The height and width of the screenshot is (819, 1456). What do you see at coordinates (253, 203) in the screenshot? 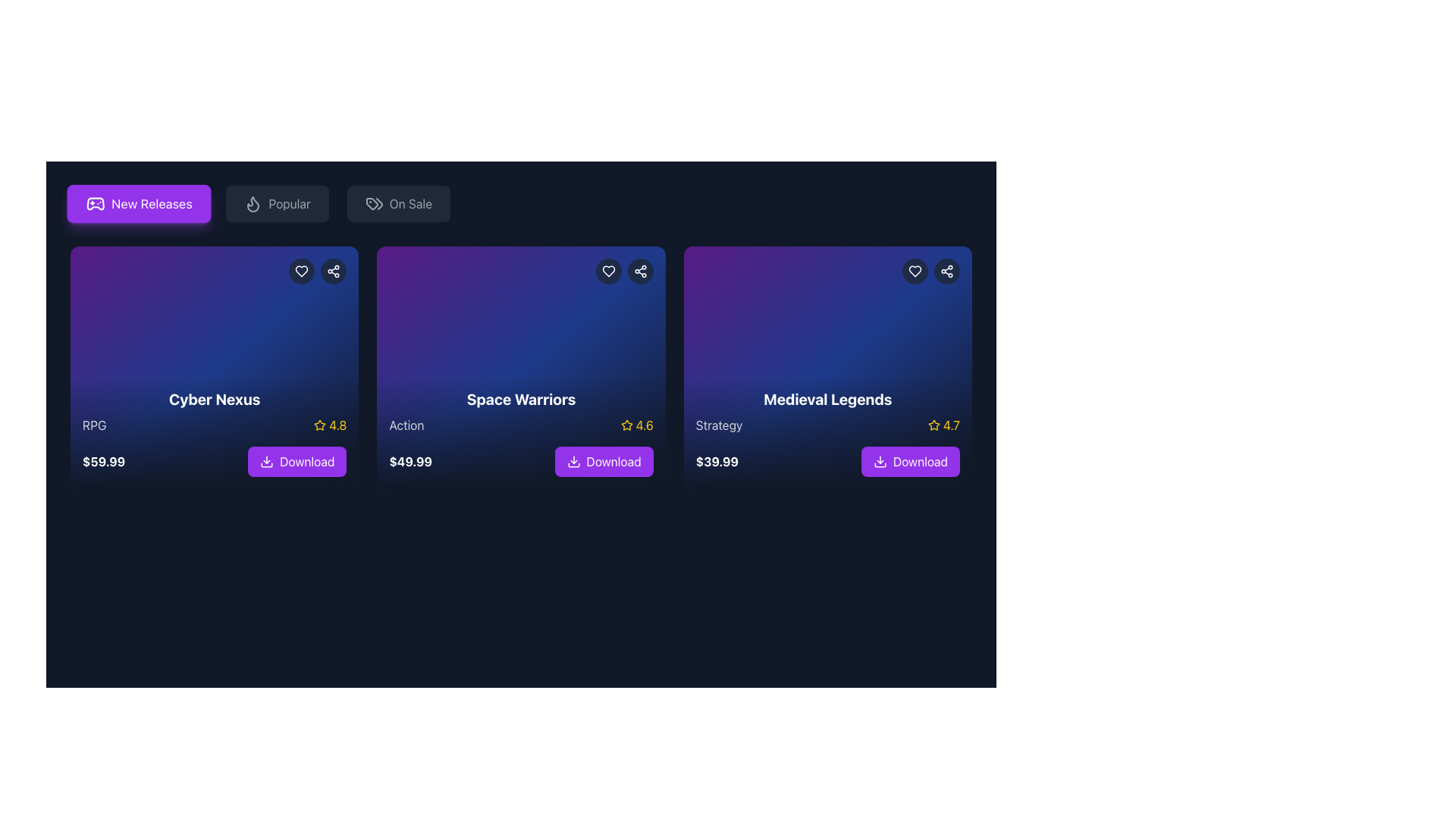
I see `the flame icon representing the 'Popular' category located at the leftmost position of the 'Popular' button group` at bounding box center [253, 203].